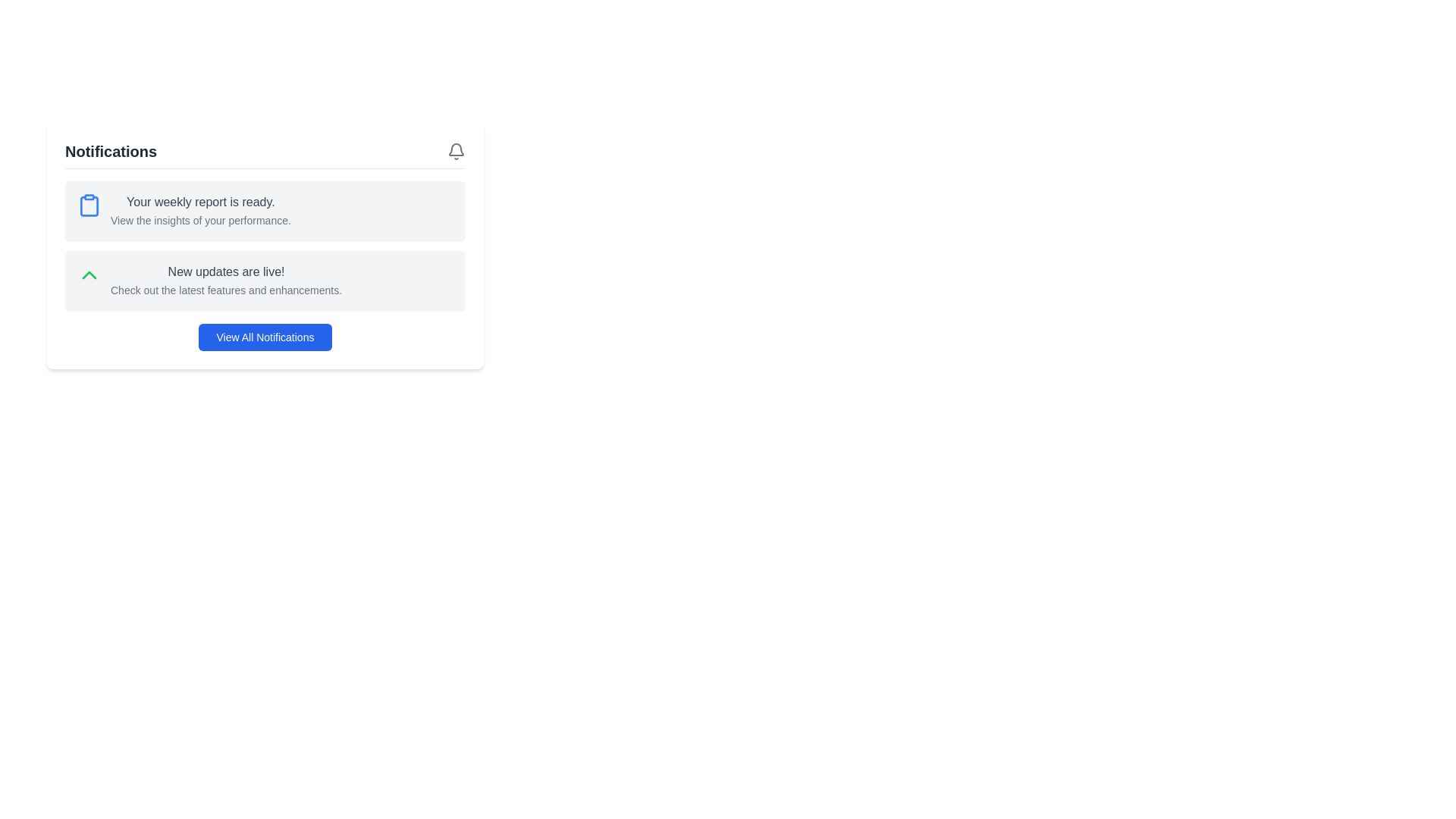 The width and height of the screenshot is (1456, 819). What do you see at coordinates (265, 336) in the screenshot?
I see `the notification button located at the bottom of the notification panel` at bounding box center [265, 336].